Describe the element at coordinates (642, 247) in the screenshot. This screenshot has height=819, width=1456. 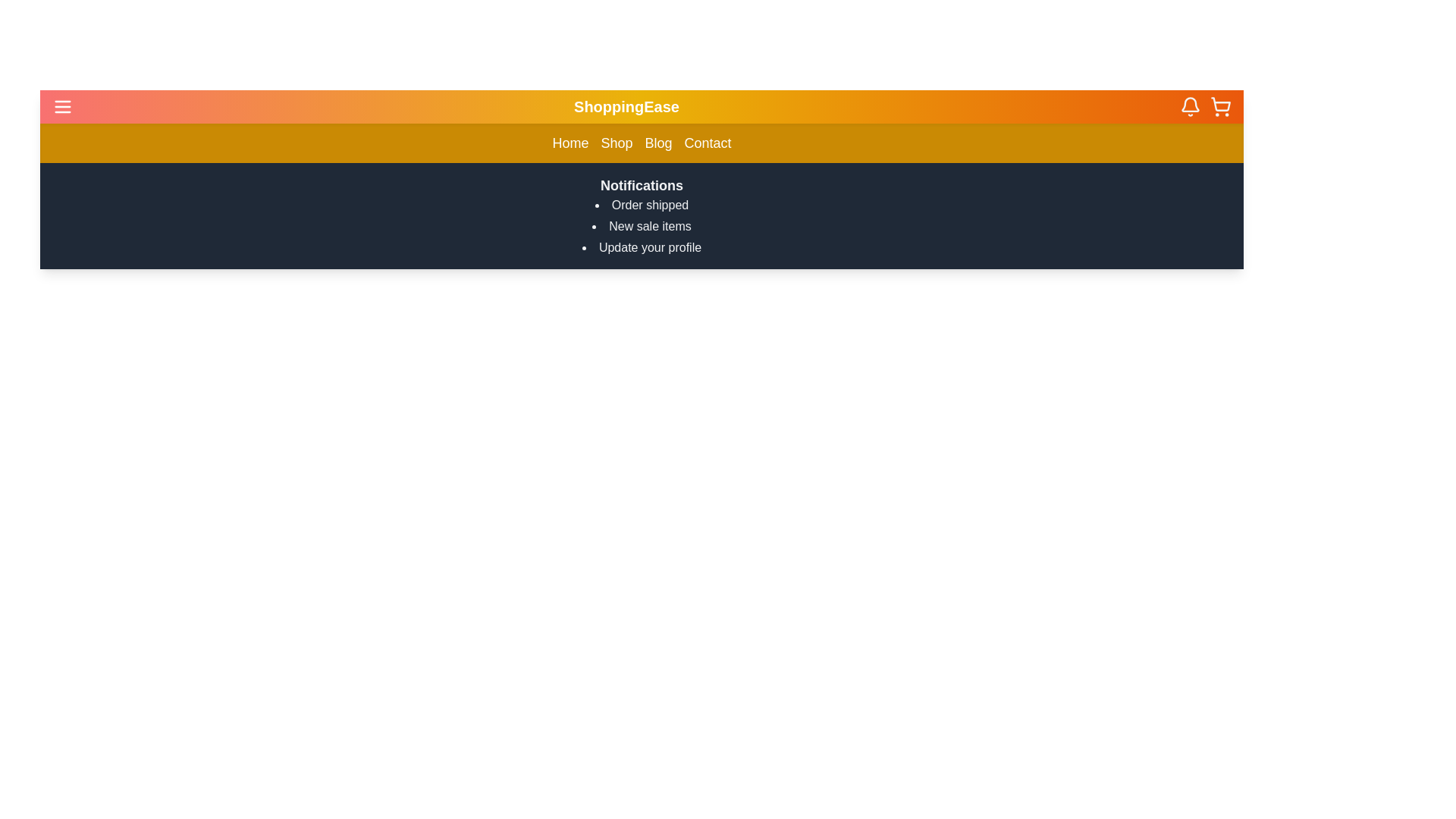
I see `the third item in the bulleted list under the heading 'Notifications', which prompts the user to take action related to updating their profile` at that location.